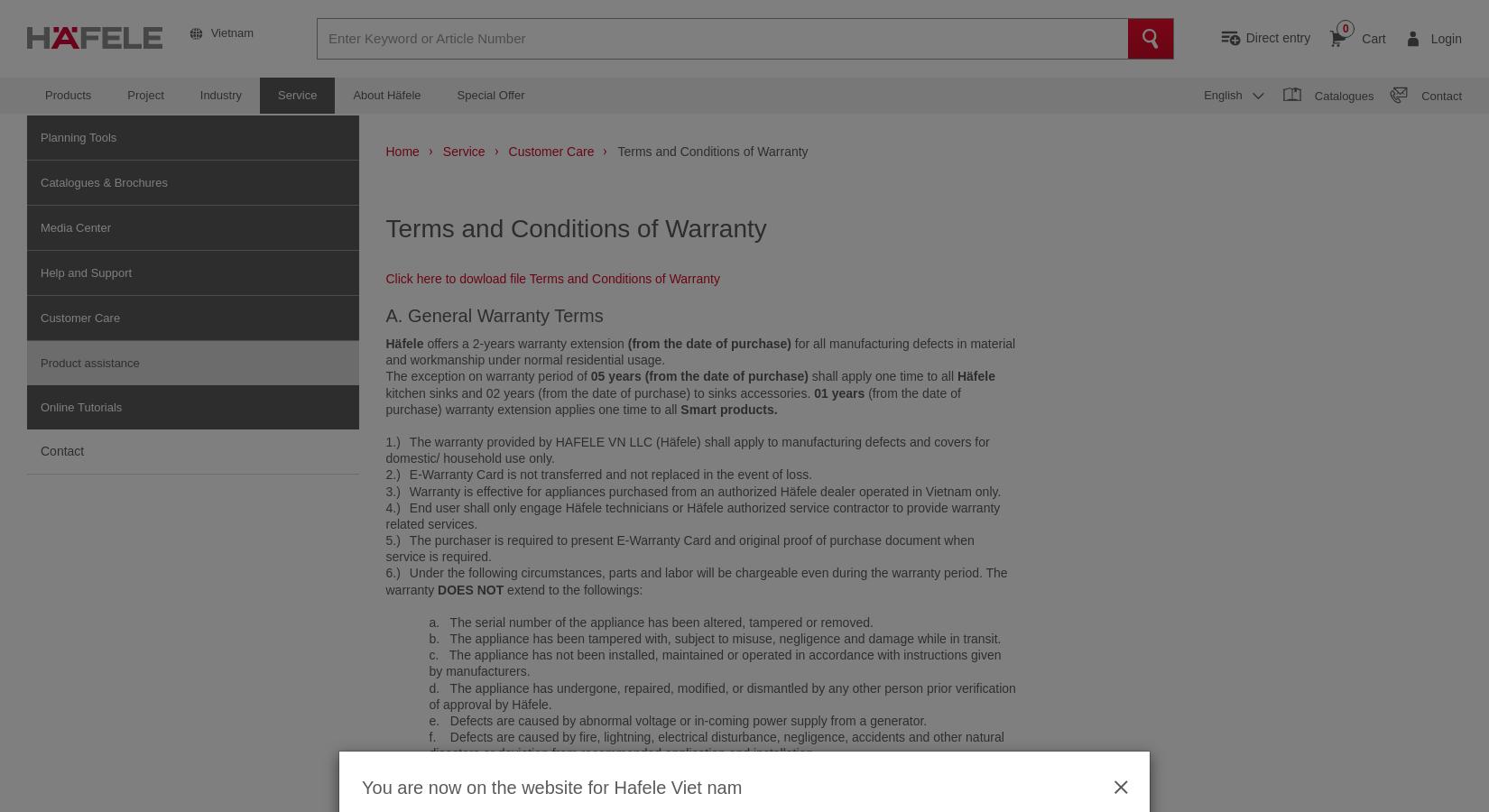 Image resolution: width=1489 pixels, height=812 pixels. Describe the element at coordinates (41, 226) in the screenshot. I see `'Media Center'` at that location.